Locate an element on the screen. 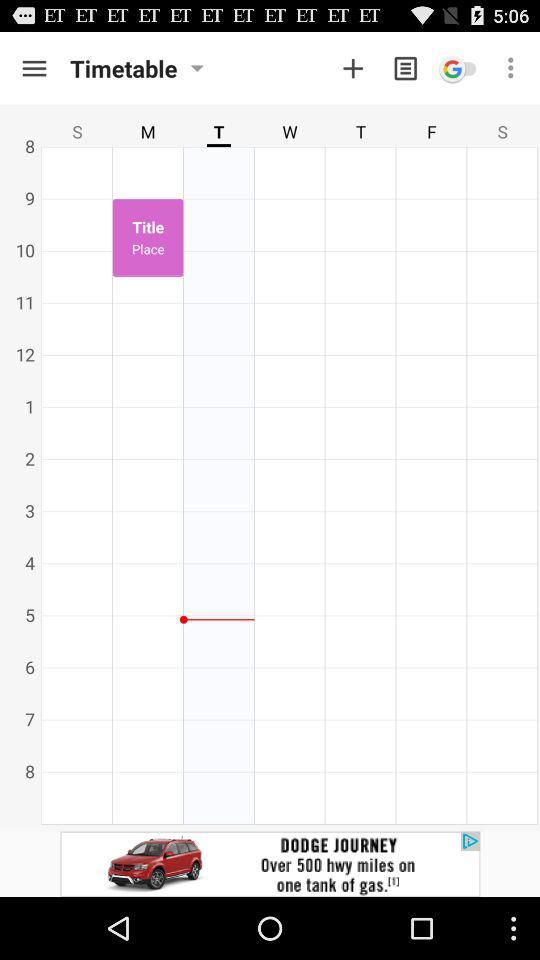  the menu icon is located at coordinates (33, 73).